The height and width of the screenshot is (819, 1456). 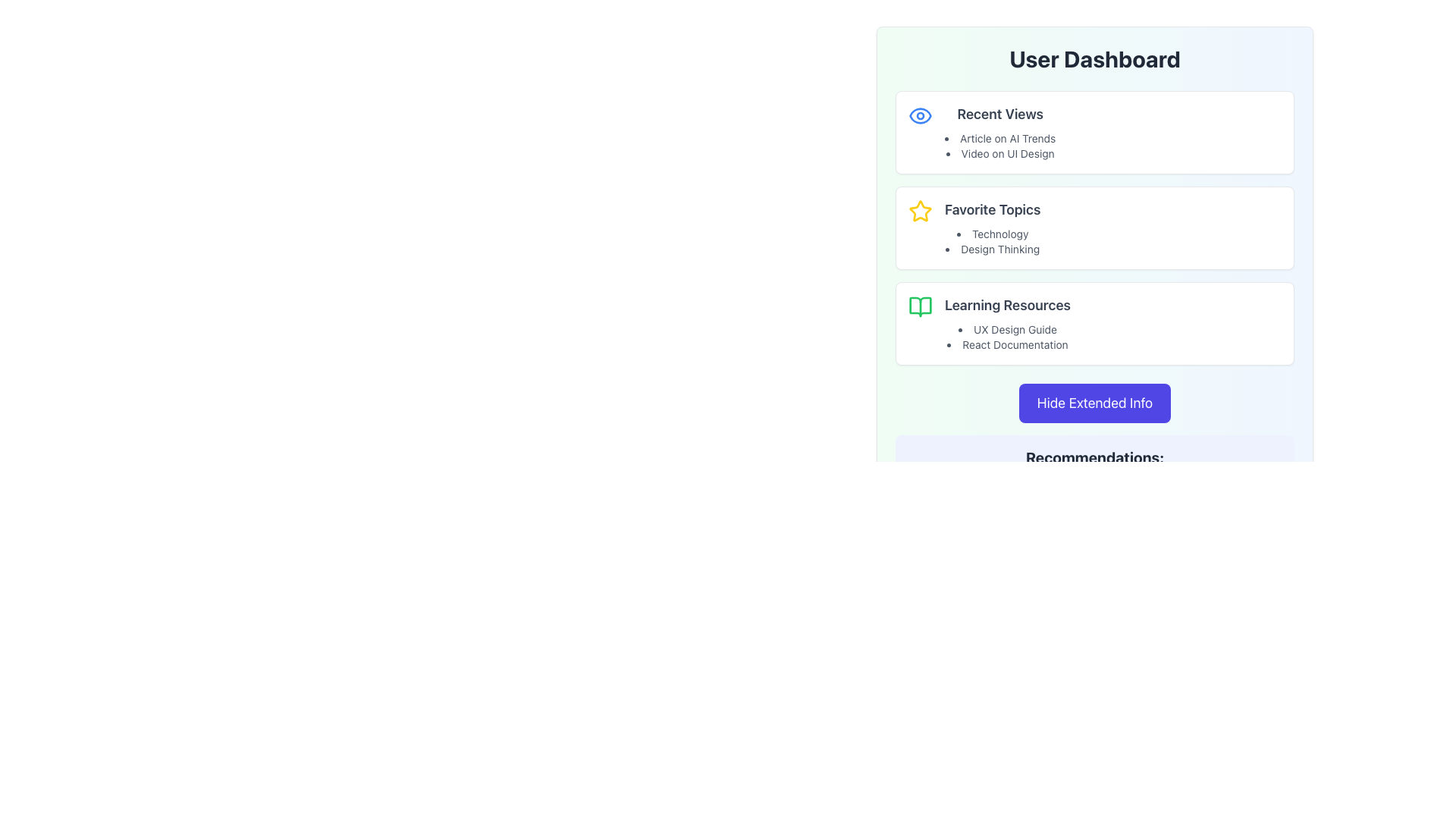 What do you see at coordinates (920, 211) in the screenshot?
I see `the ornamental icon representing the 'Favorite Topics' section located to the left of the text 'Favorite Topics' in the 'User Dashboard' interface` at bounding box center [920, 211].